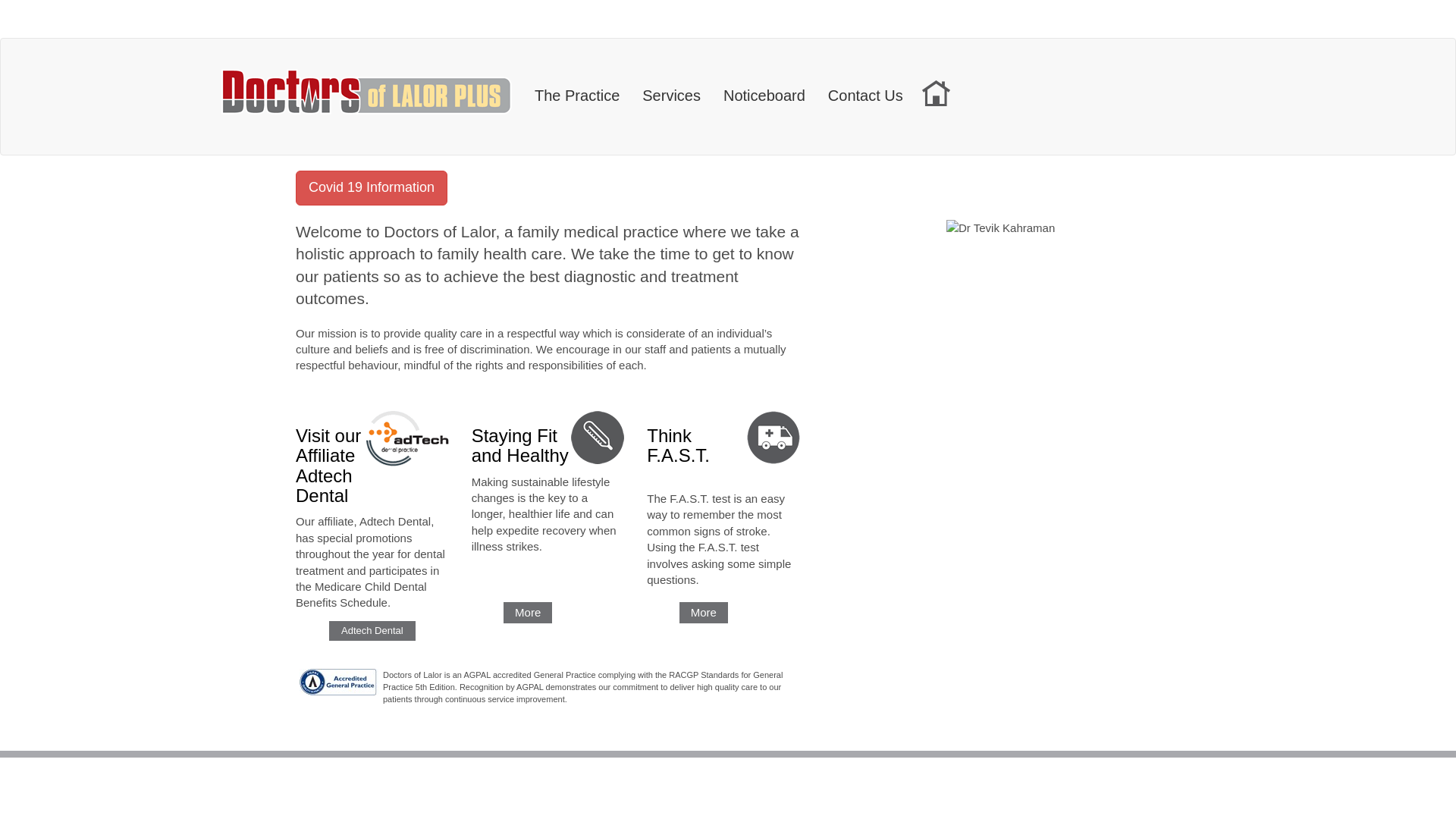 The width and height of the screenshot is (1456, 819). I want to click on 'The Practice', so click(523, 91).